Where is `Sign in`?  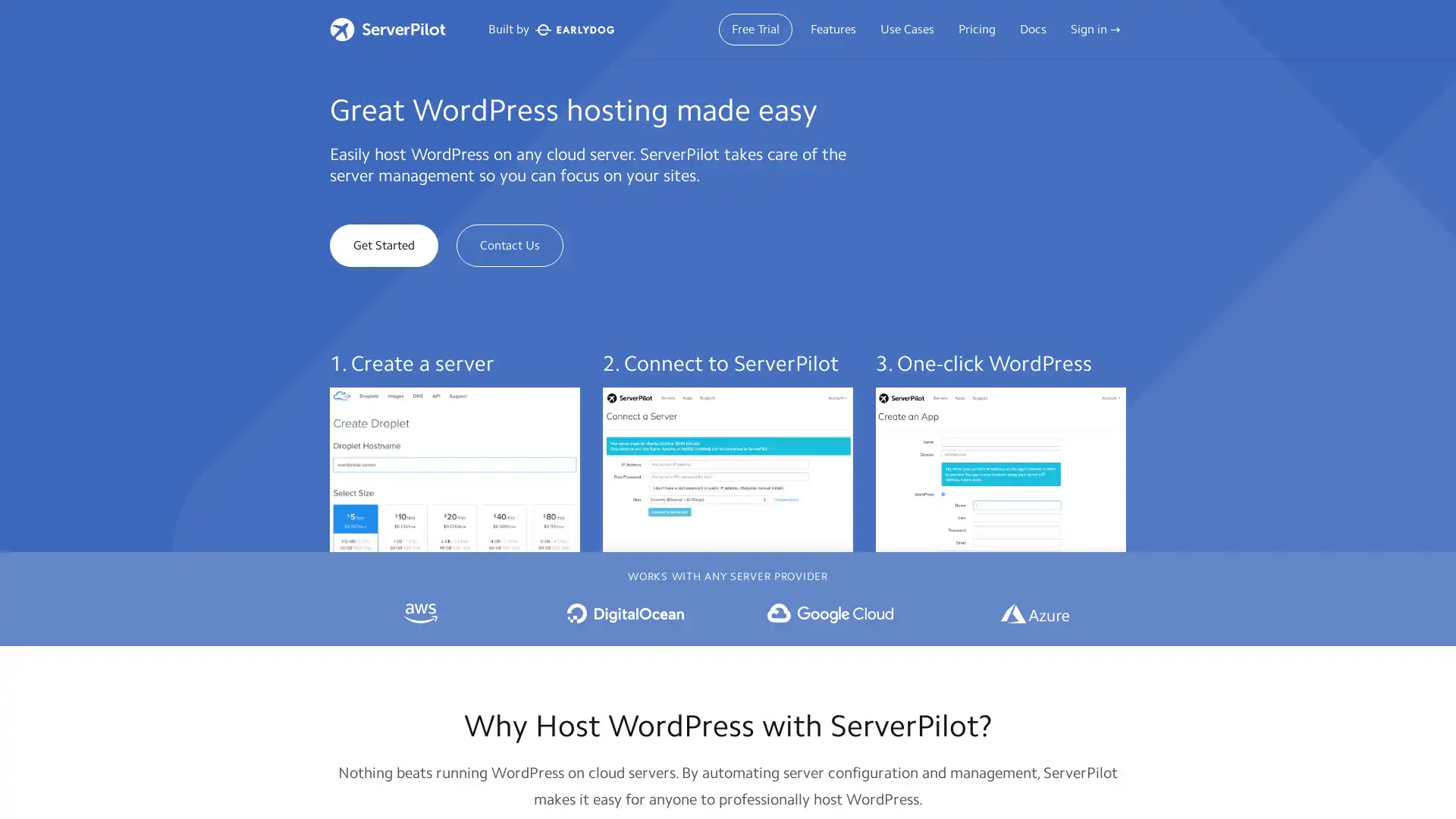
Sign in is located at coordinates (1095, 29).